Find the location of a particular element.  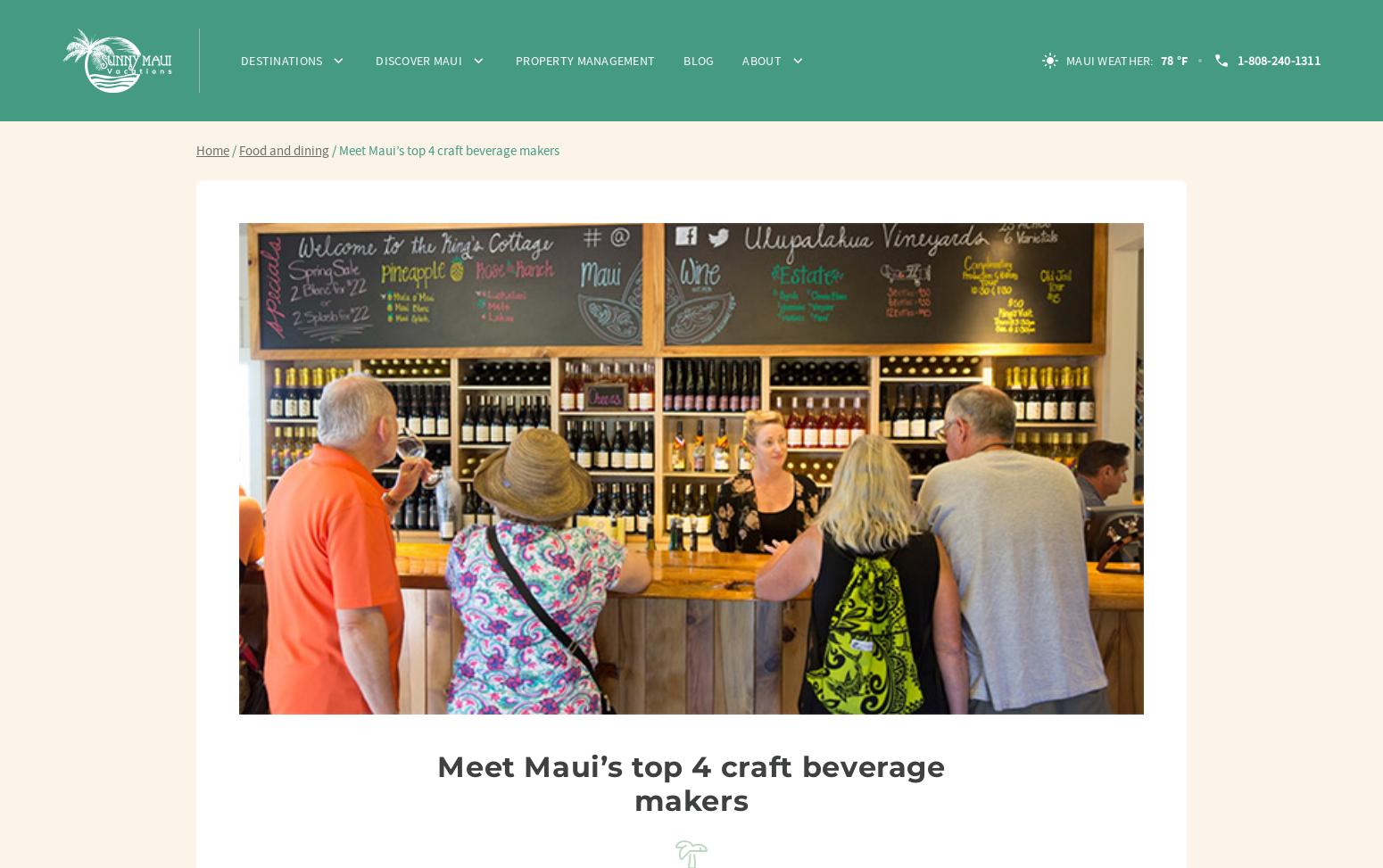

'78 °F' is located at coordinates (1172, 60).